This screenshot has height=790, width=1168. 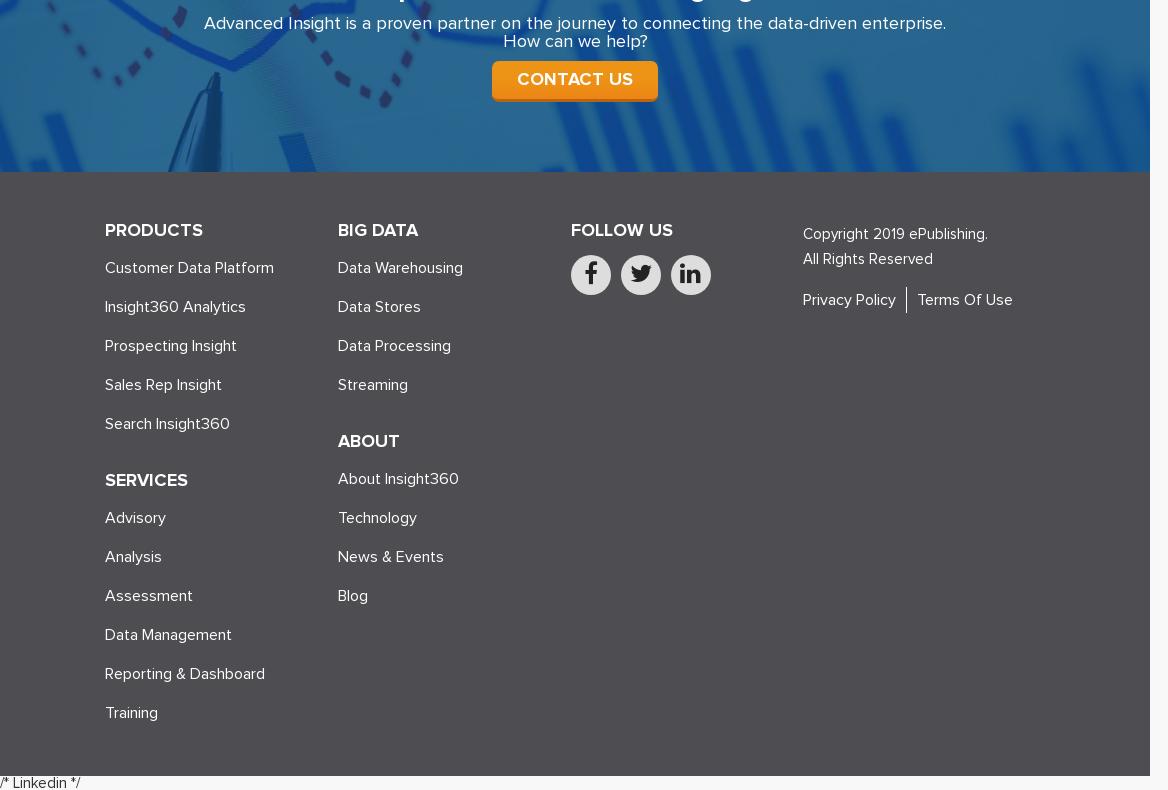 I want to click on 'Training', so click(x=130, y=711).